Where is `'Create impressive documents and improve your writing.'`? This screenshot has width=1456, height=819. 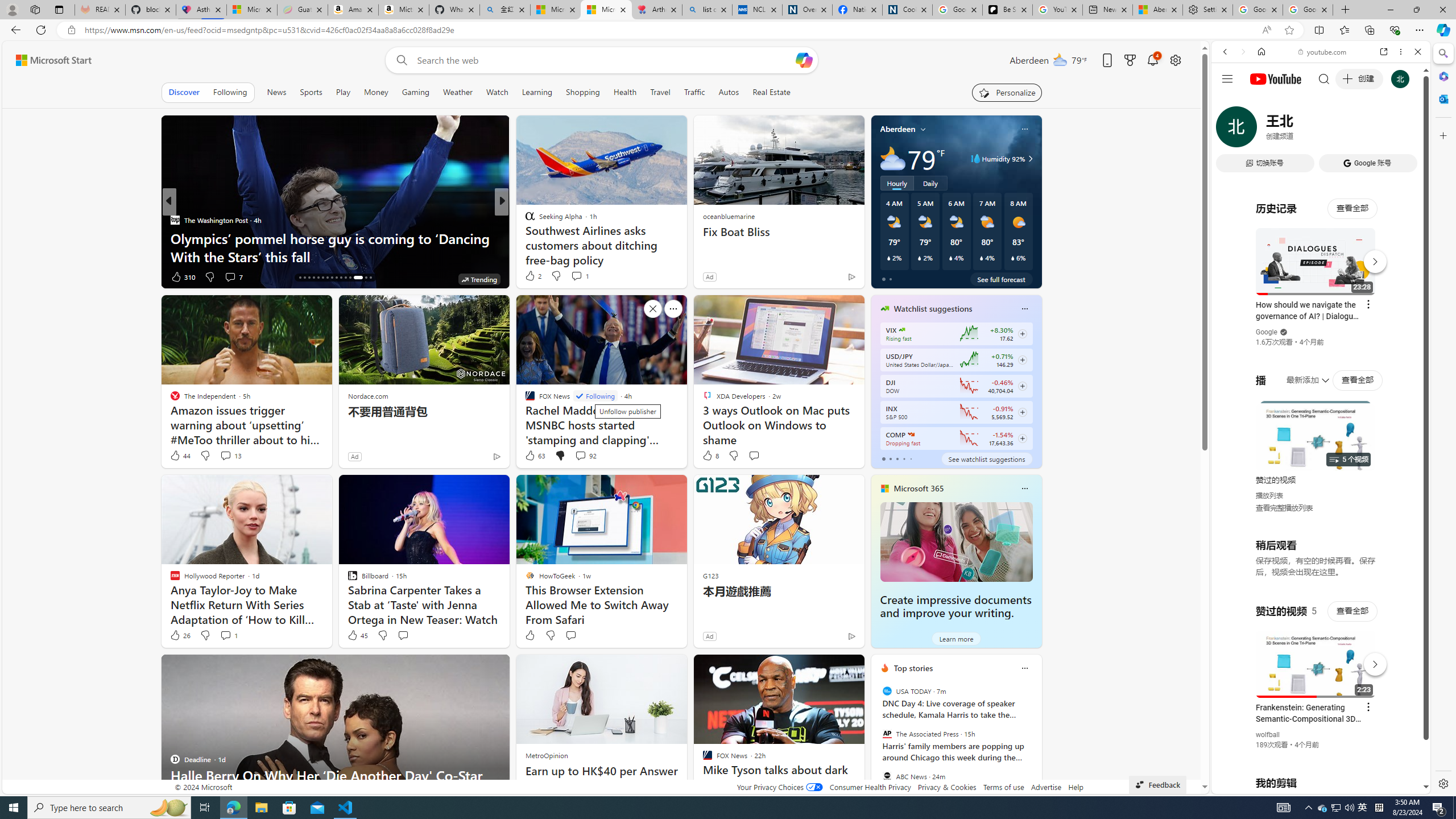 'Create impressive documents and improve your writing.' is located at coordinates (955, 541).